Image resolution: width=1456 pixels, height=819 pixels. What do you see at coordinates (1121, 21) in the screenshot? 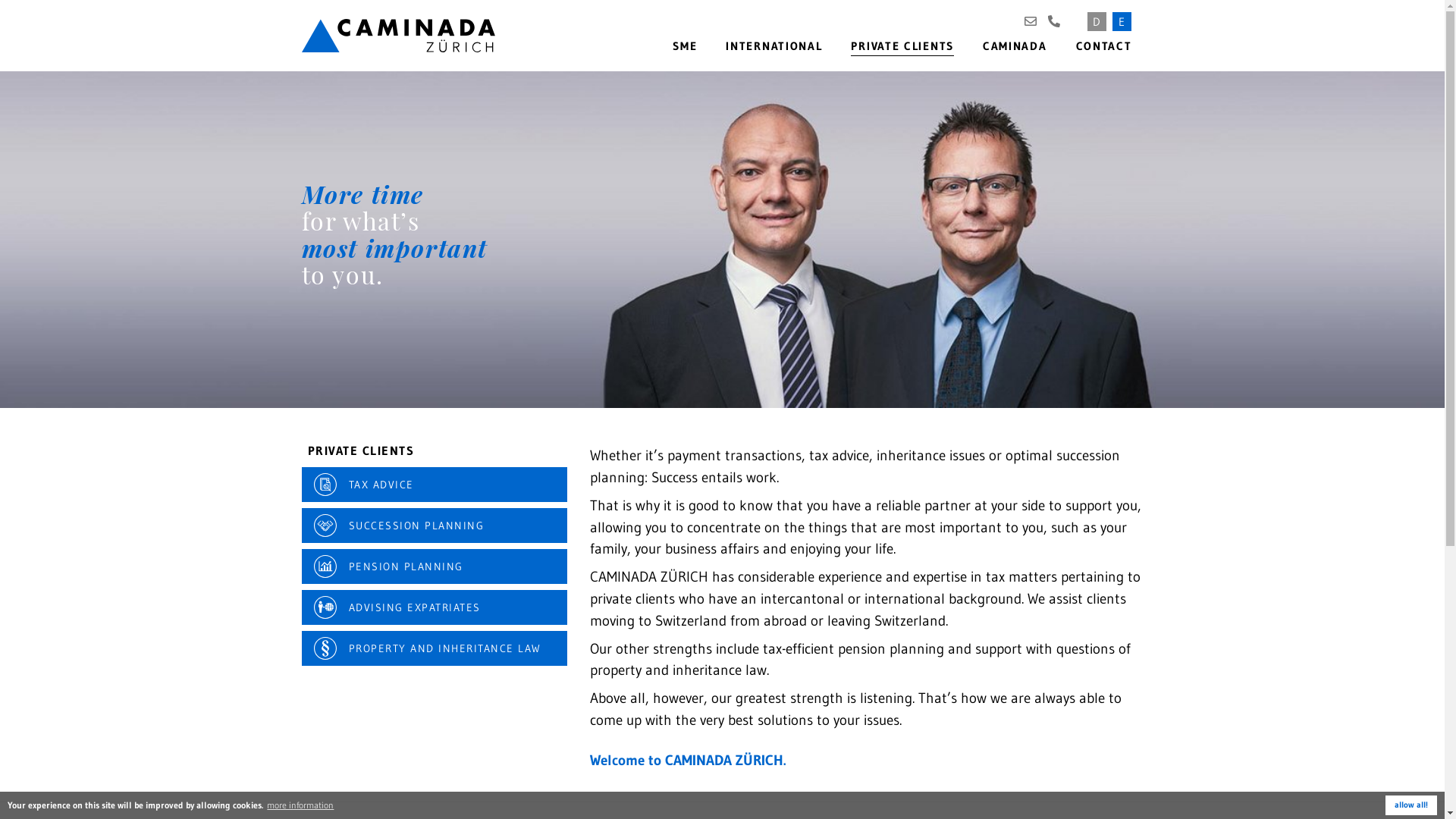
I see `'E'` at bounding box center [1121, 21].